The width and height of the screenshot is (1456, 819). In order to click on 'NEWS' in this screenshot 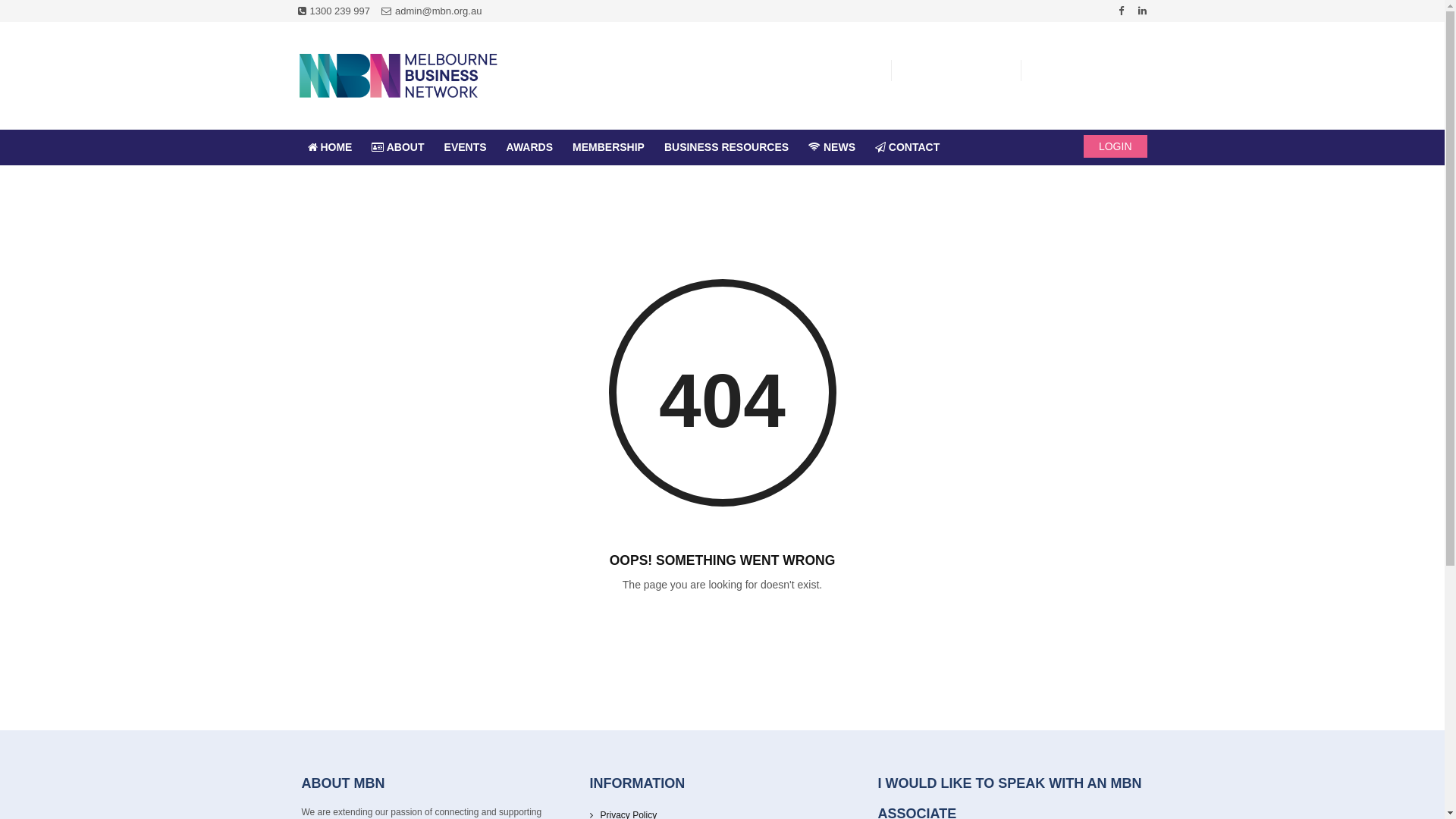, I will do `click(831, 147)`.